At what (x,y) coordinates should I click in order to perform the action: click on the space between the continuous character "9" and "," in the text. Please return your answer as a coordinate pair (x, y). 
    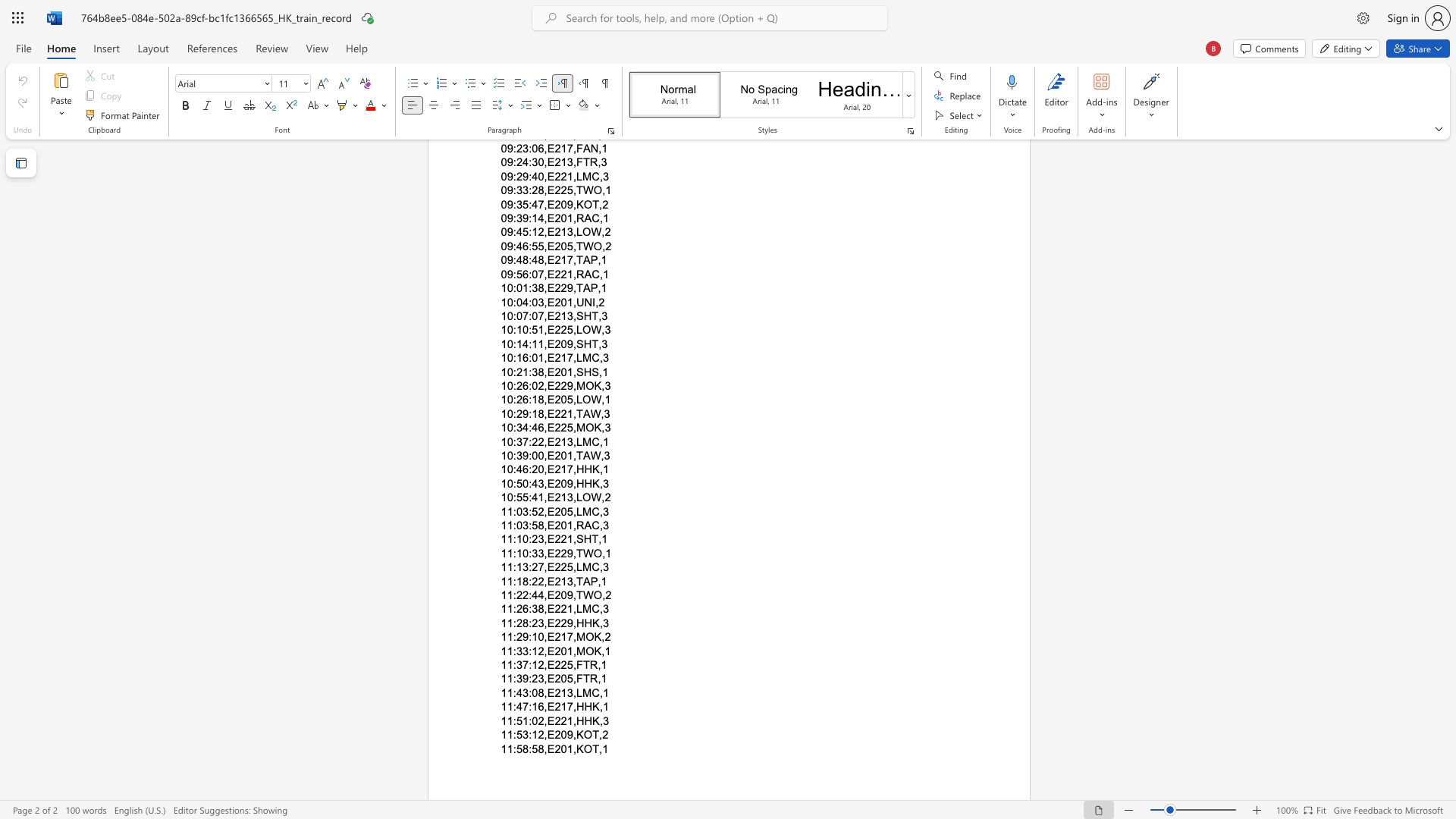
    Looking at the image, I should click on (571, 623).